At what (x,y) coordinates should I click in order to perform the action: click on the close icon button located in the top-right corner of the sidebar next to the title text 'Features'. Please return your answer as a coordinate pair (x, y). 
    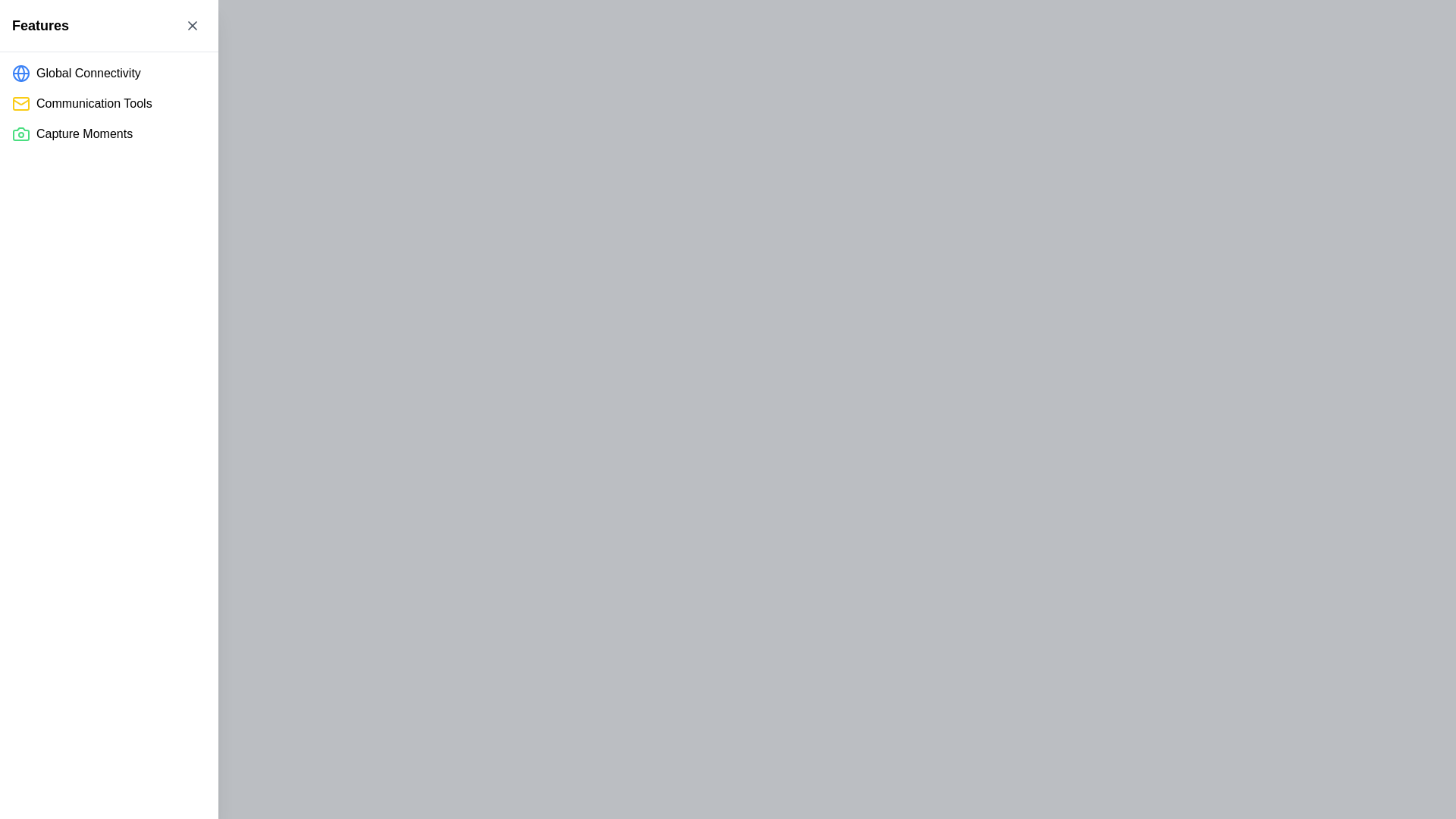
    Looking at the image, I should click on (192, 26).